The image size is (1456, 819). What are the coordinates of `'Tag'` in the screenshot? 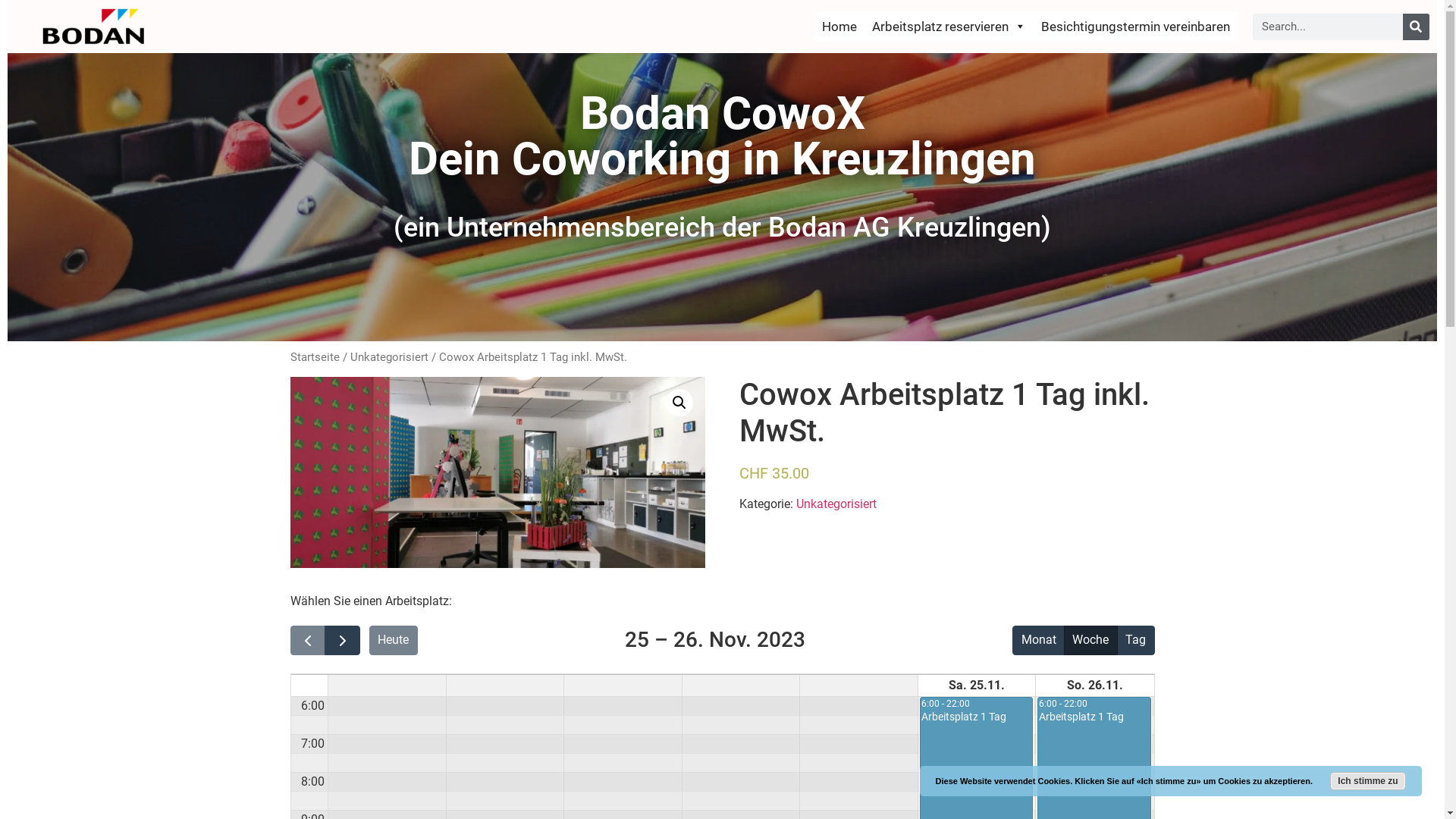 It's located at (1117, 640).